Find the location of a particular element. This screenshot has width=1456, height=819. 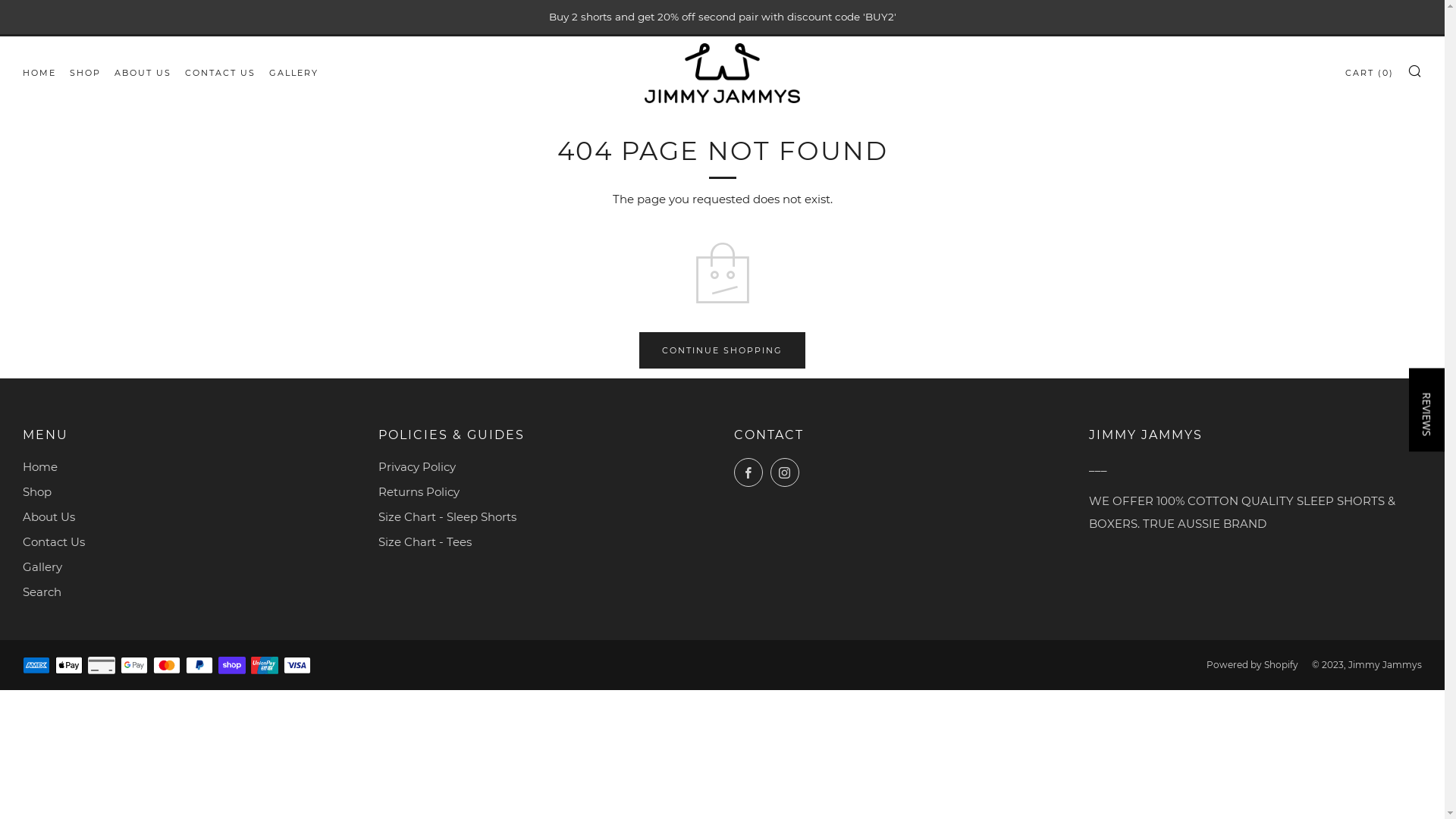

'Size Chart - Sleep Shorts' is located at coordinates (447, 516).